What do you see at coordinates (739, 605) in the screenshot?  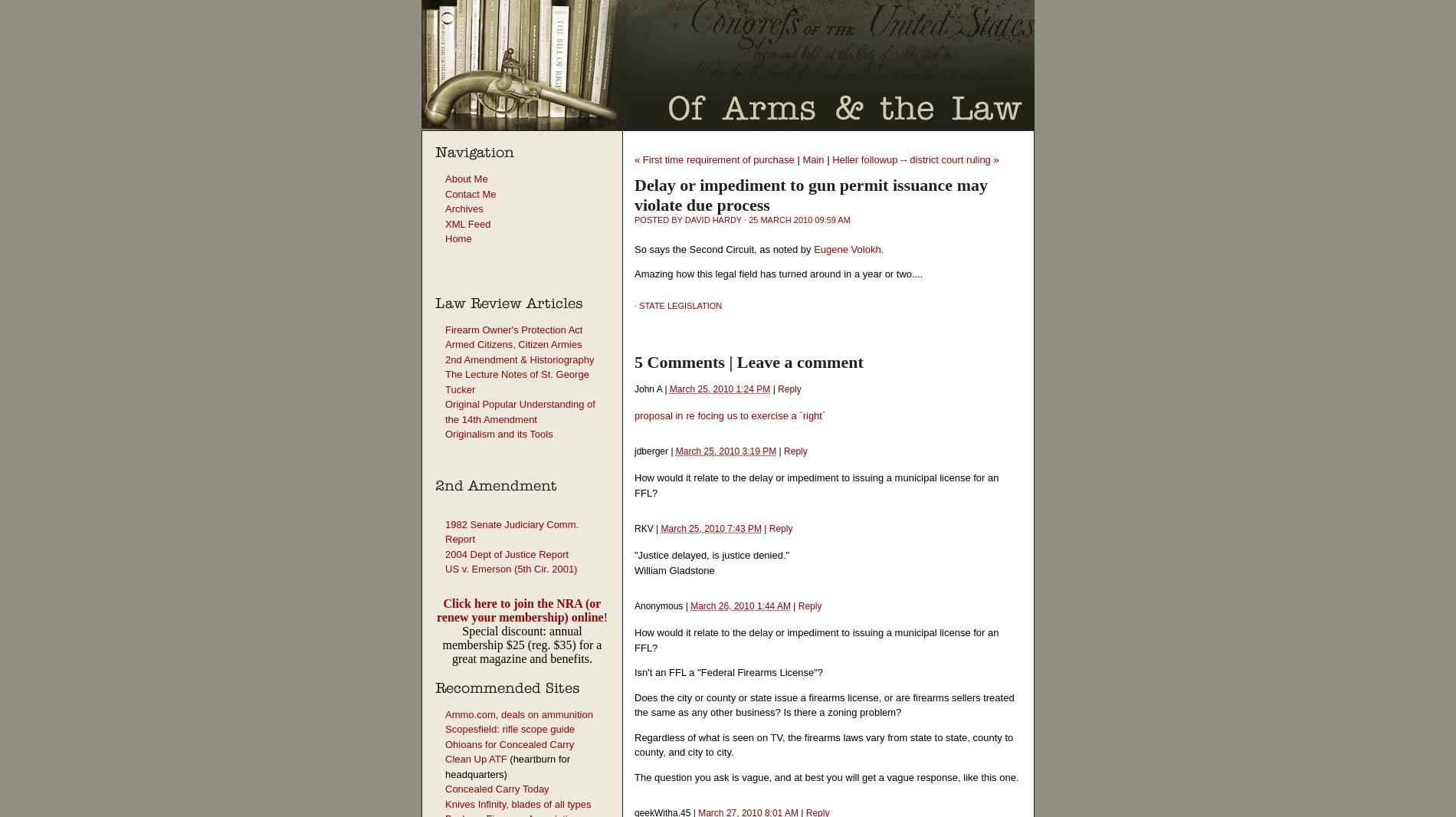 I see `'March 26, 2010  1:44 AM'` at bounding box center [739, 605].